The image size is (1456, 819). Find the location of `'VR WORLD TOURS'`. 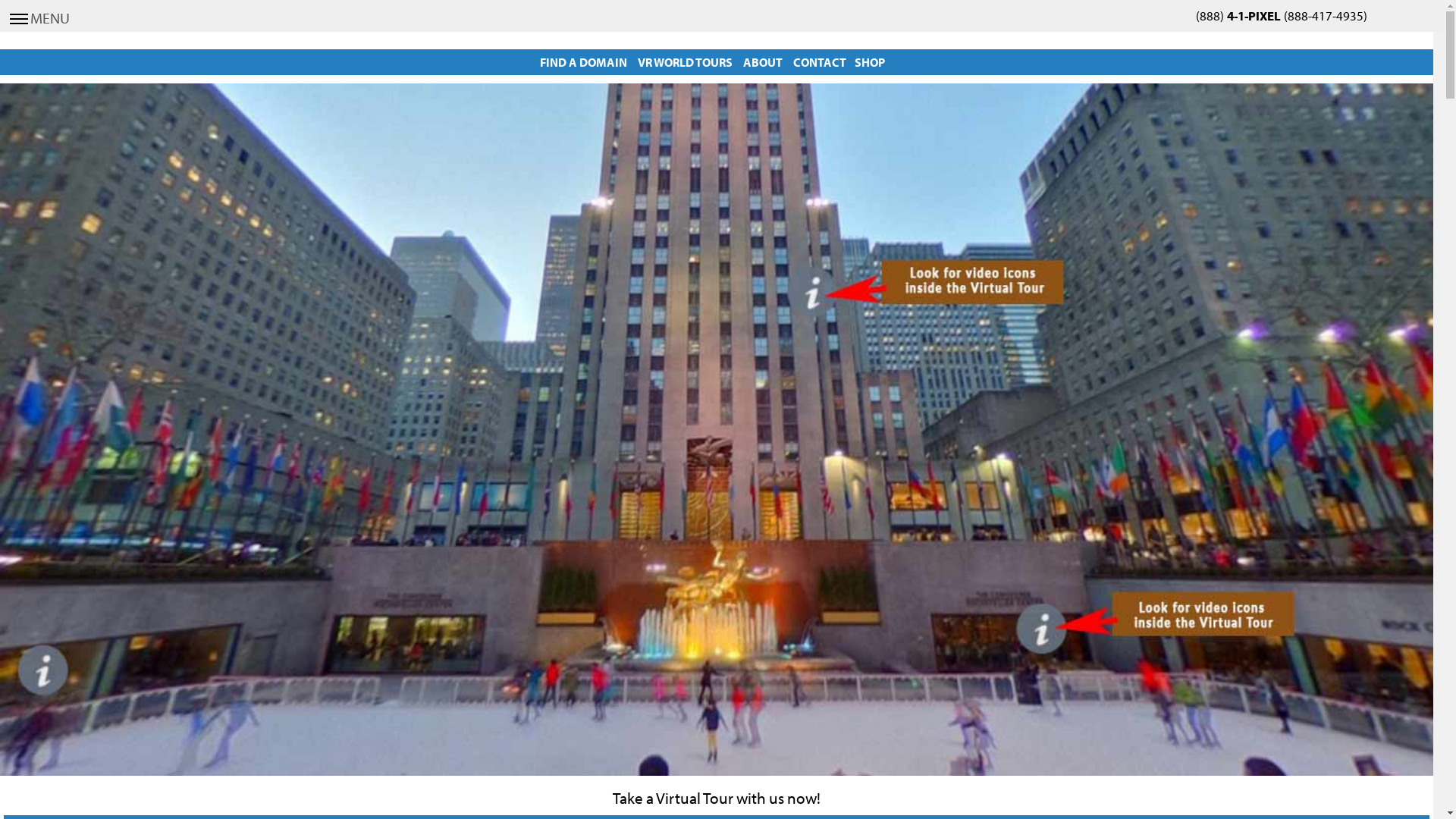

'VR WORLD TOURS' is located at coordinates (684, 61).